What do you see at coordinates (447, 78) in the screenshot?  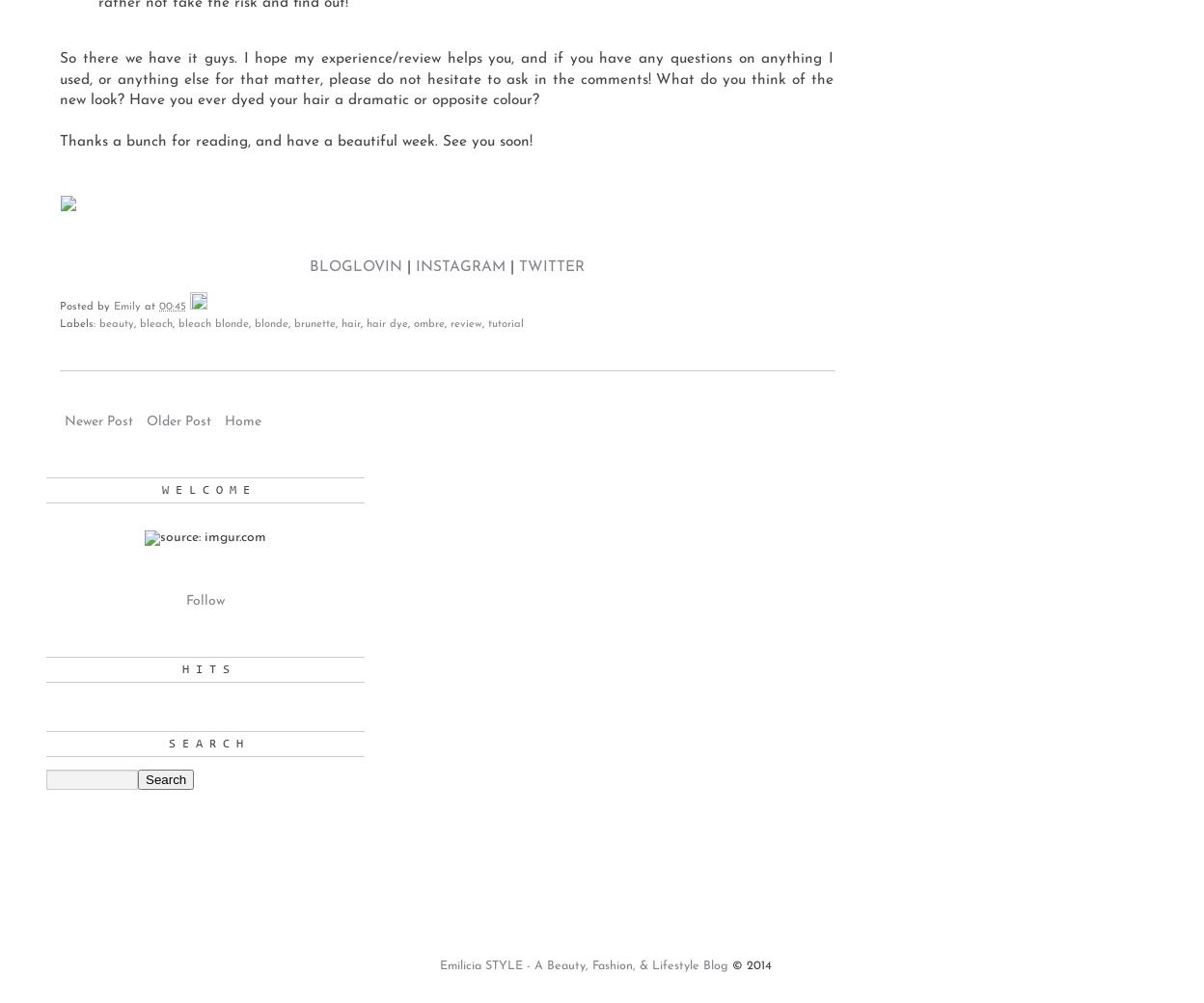 I see `'So there we have it guys. I hope my experience/review helps you, and if you have any questions on anything I used, or anything else for that matter, please do not hesitate to ask in the comments! What do you think of the new look? Have you ever dyed your hair a dramatic or opposite colour?'` at bounding box center [447, 78].